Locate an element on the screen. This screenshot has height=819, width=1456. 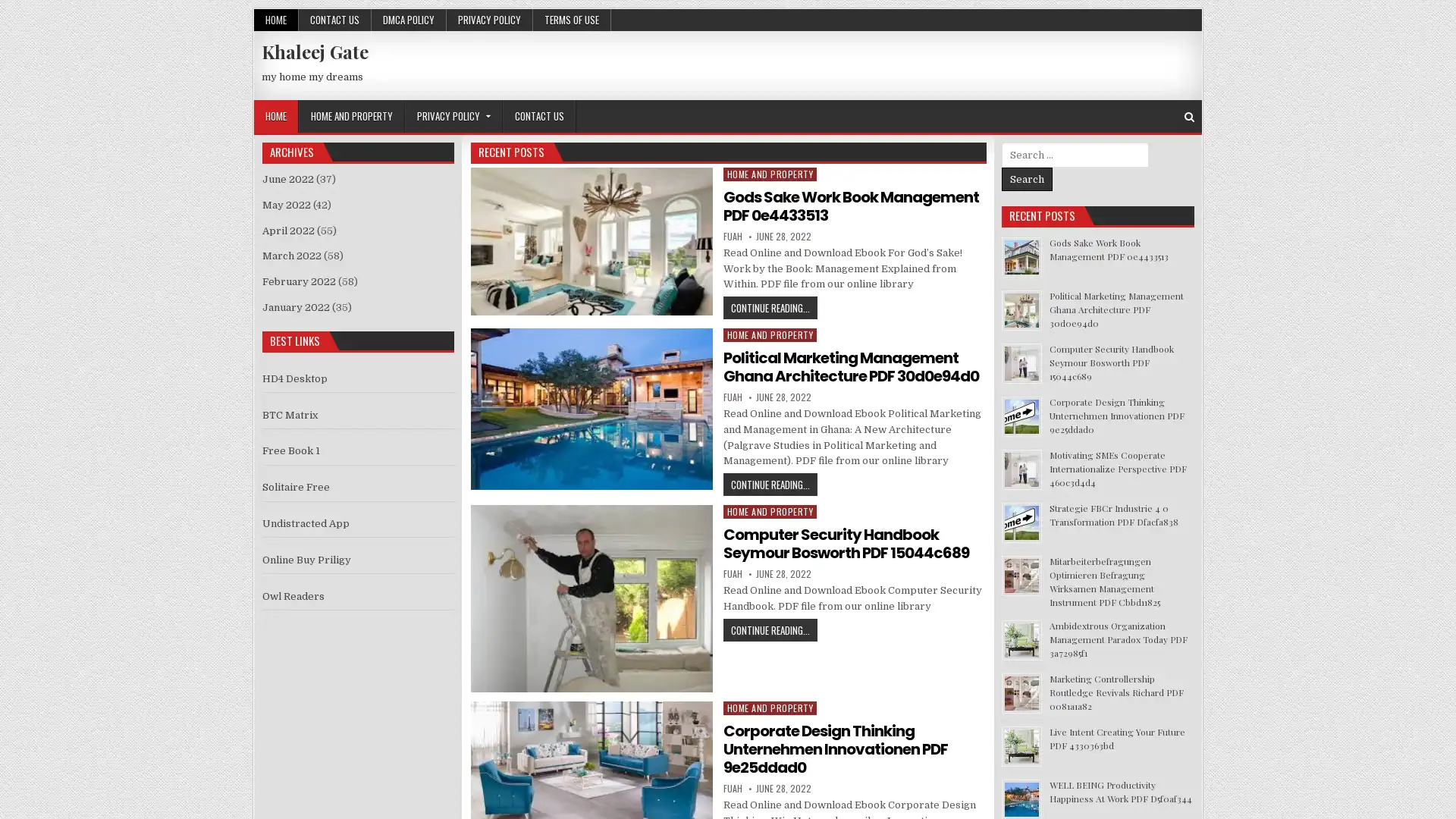
Search is located at coordinates (1027, 178).